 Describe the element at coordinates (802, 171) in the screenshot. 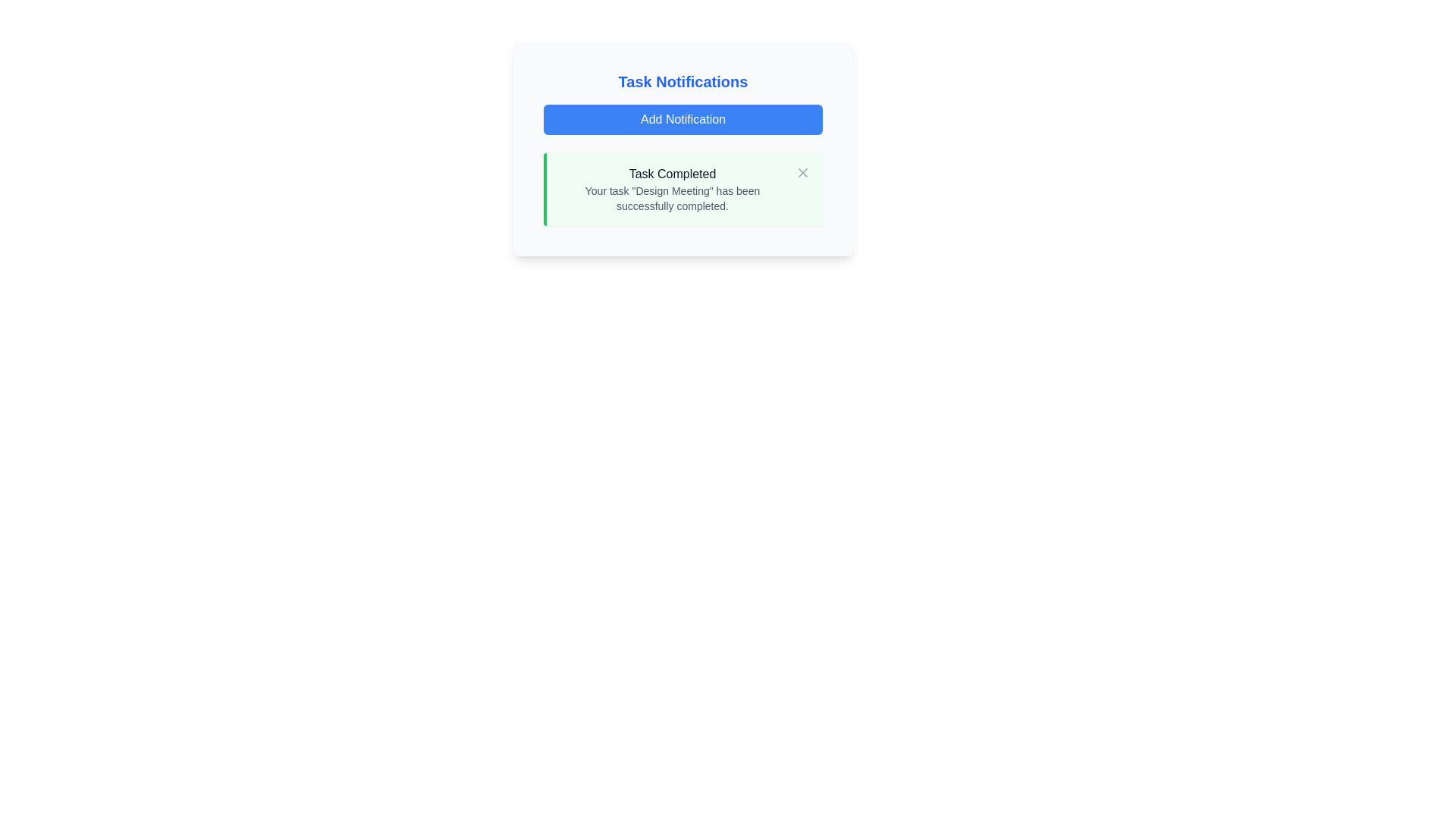

I see `the Close icon (an 'X' symbol) located at the top-right corner of the 'Task Completed' notification` at that location.